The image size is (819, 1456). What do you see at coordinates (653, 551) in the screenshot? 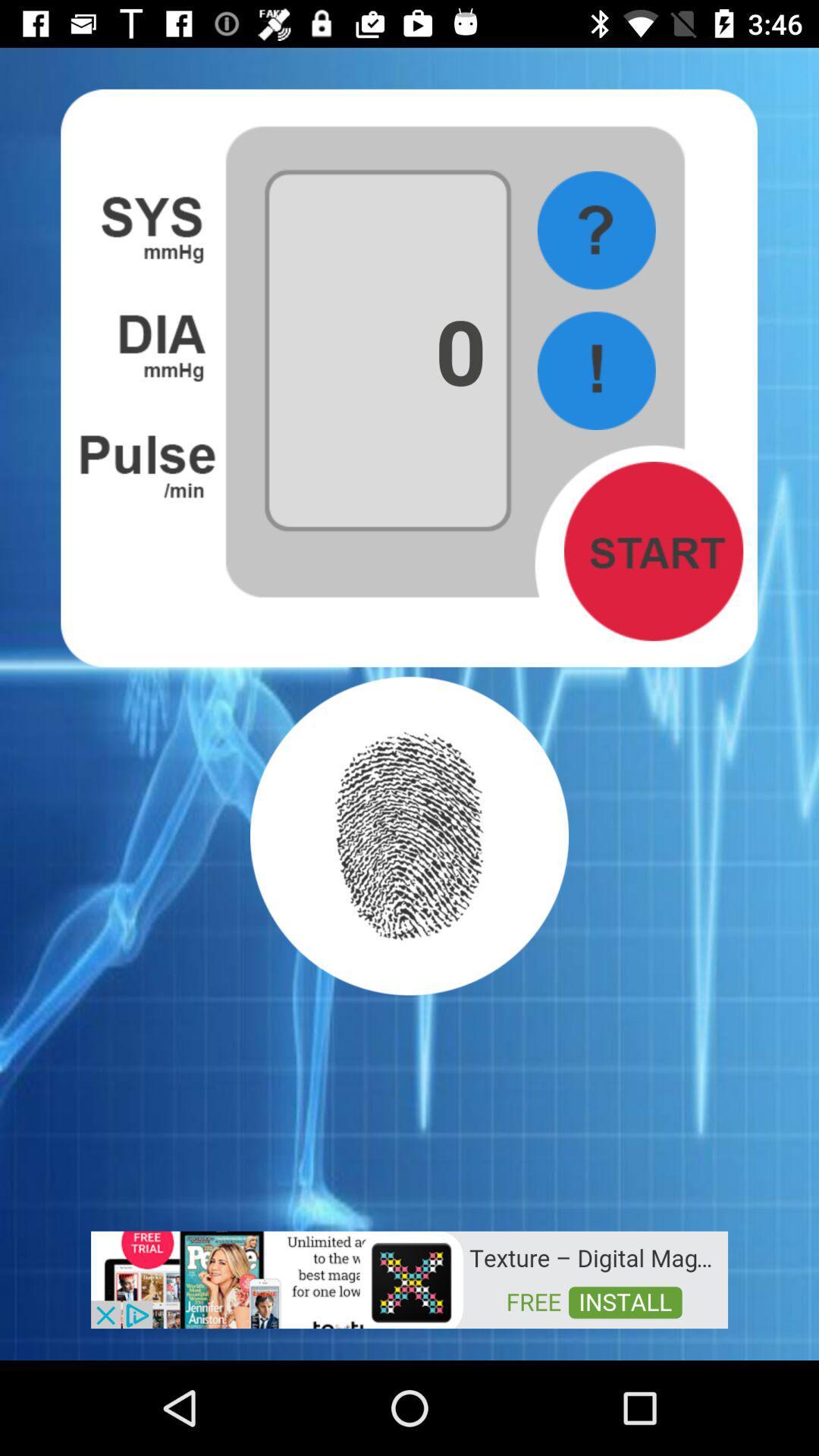
I see `start button` at bounding box center [653, 551].